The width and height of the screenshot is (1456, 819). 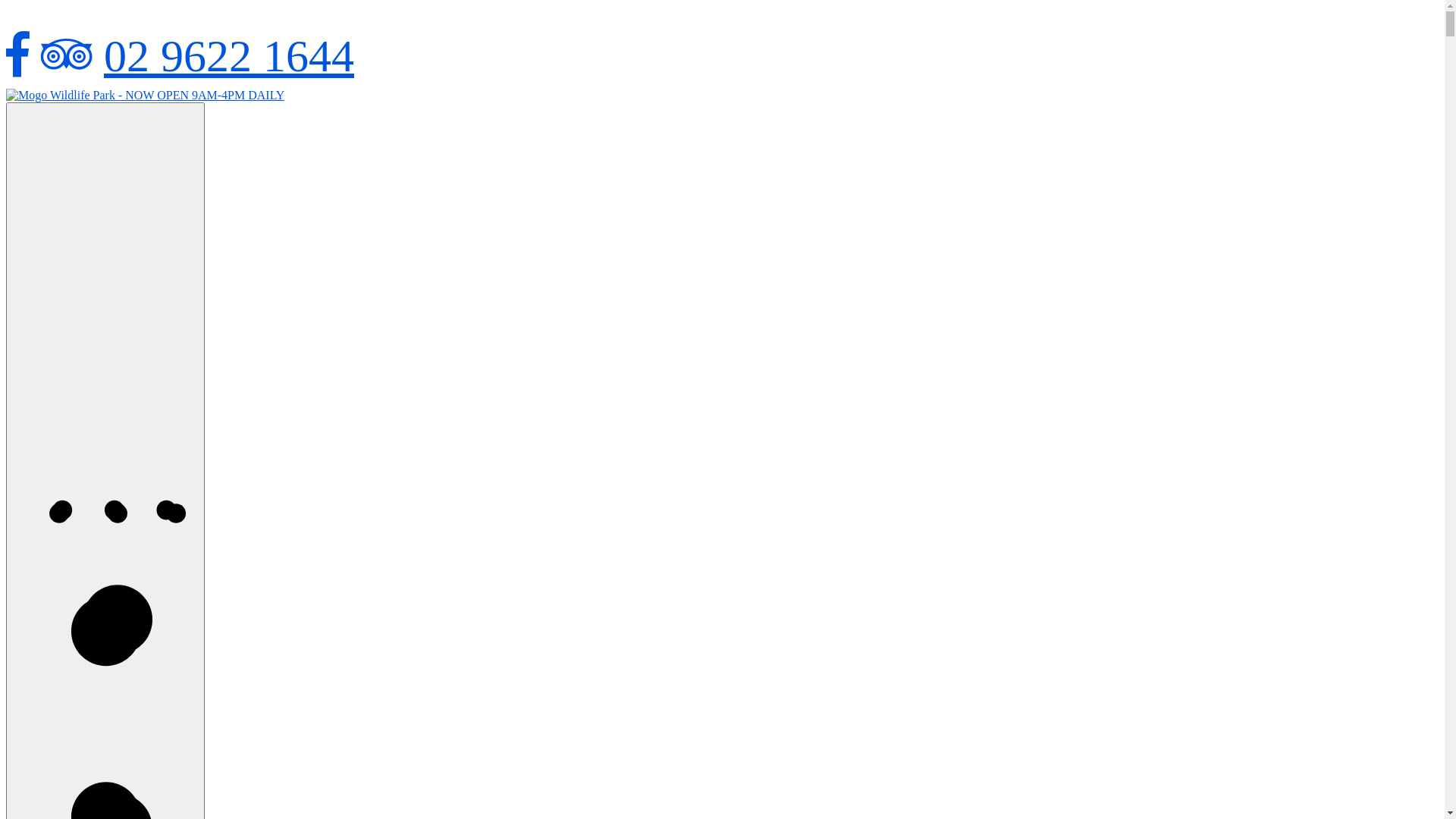 I want to click on '02 9622 1644', so click(x=228, y=55).